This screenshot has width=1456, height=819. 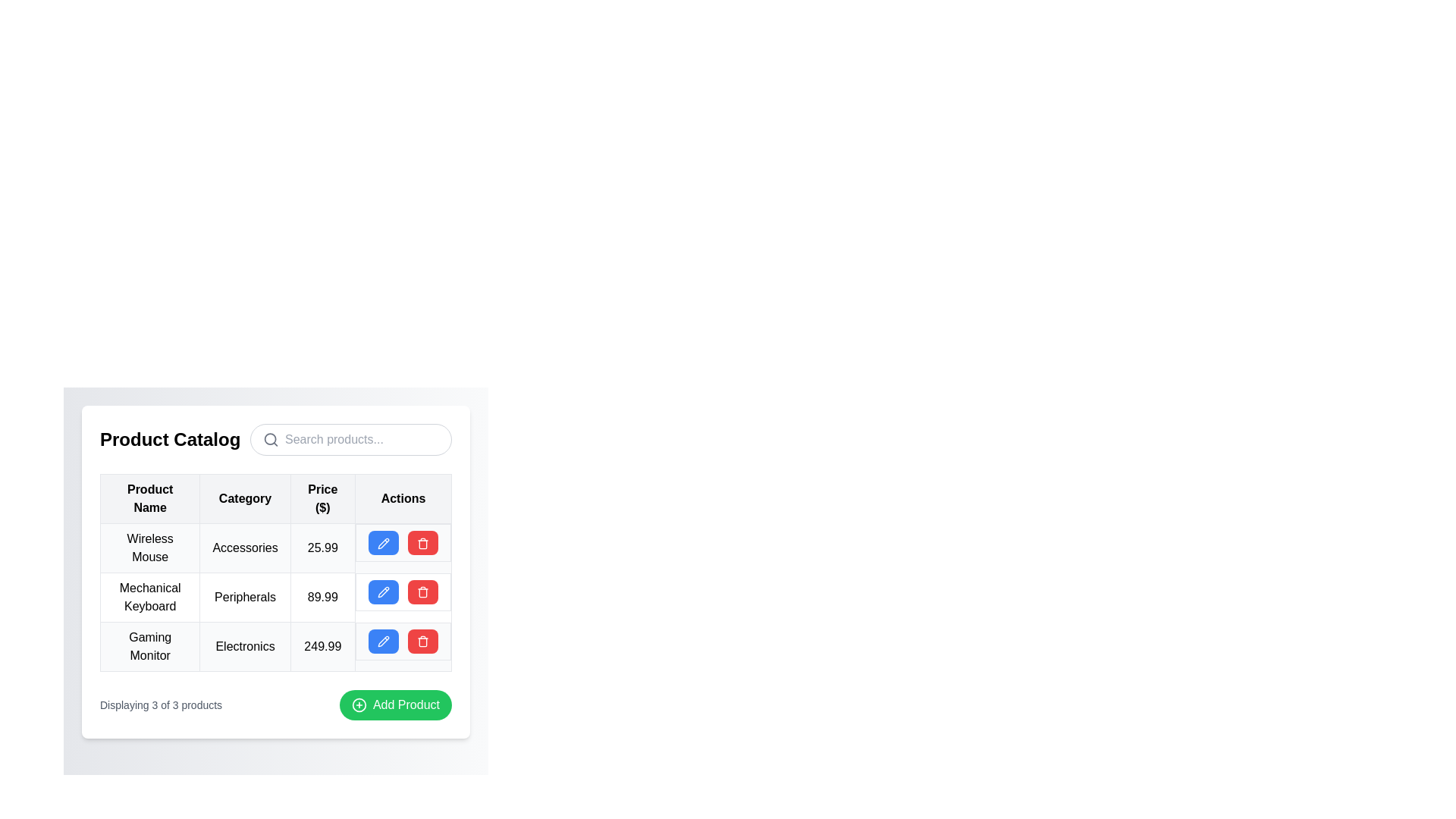 What do you see at coordinates (322, 646) in the screenshot?
I see `the text label displaying '249.99' in the 'Price ($)' column for the 'Gaming Monitor' product, which is styled in a tabular format and has a white background with black text` at bounding box center [322, 646].